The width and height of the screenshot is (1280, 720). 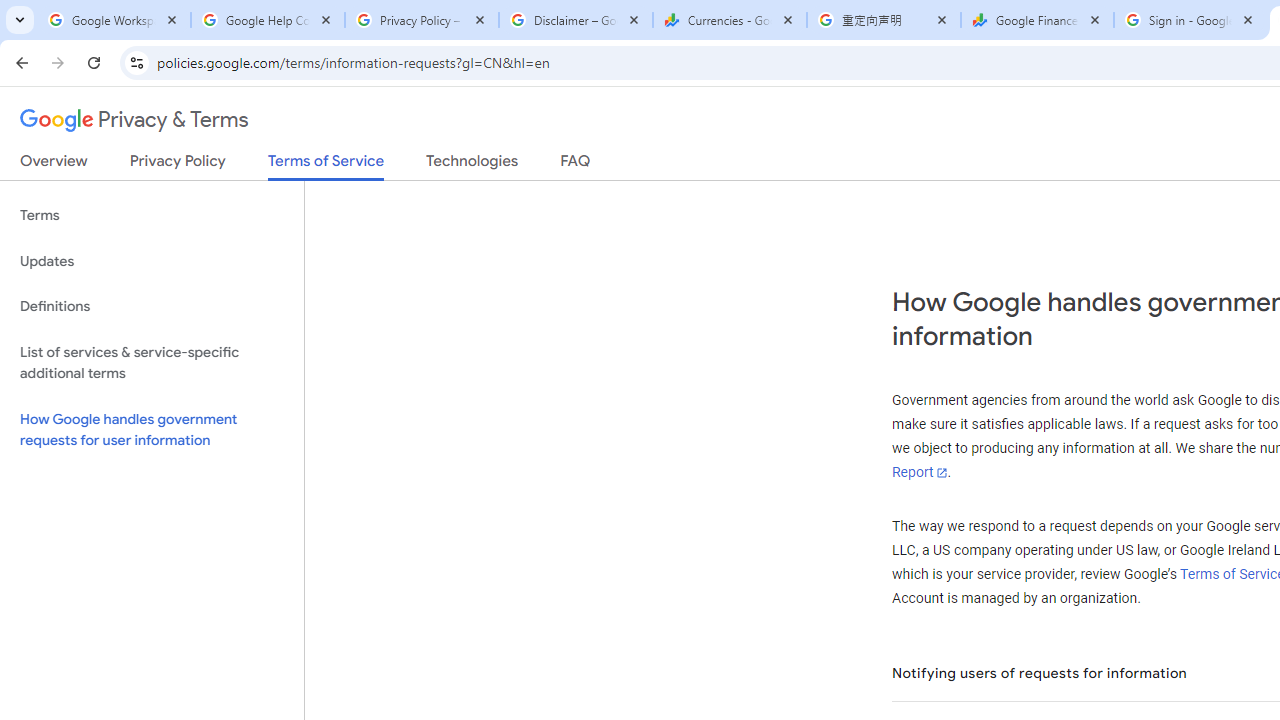 I want to click on 'Google Workspace Admin Community', so click(x=112, y=20).